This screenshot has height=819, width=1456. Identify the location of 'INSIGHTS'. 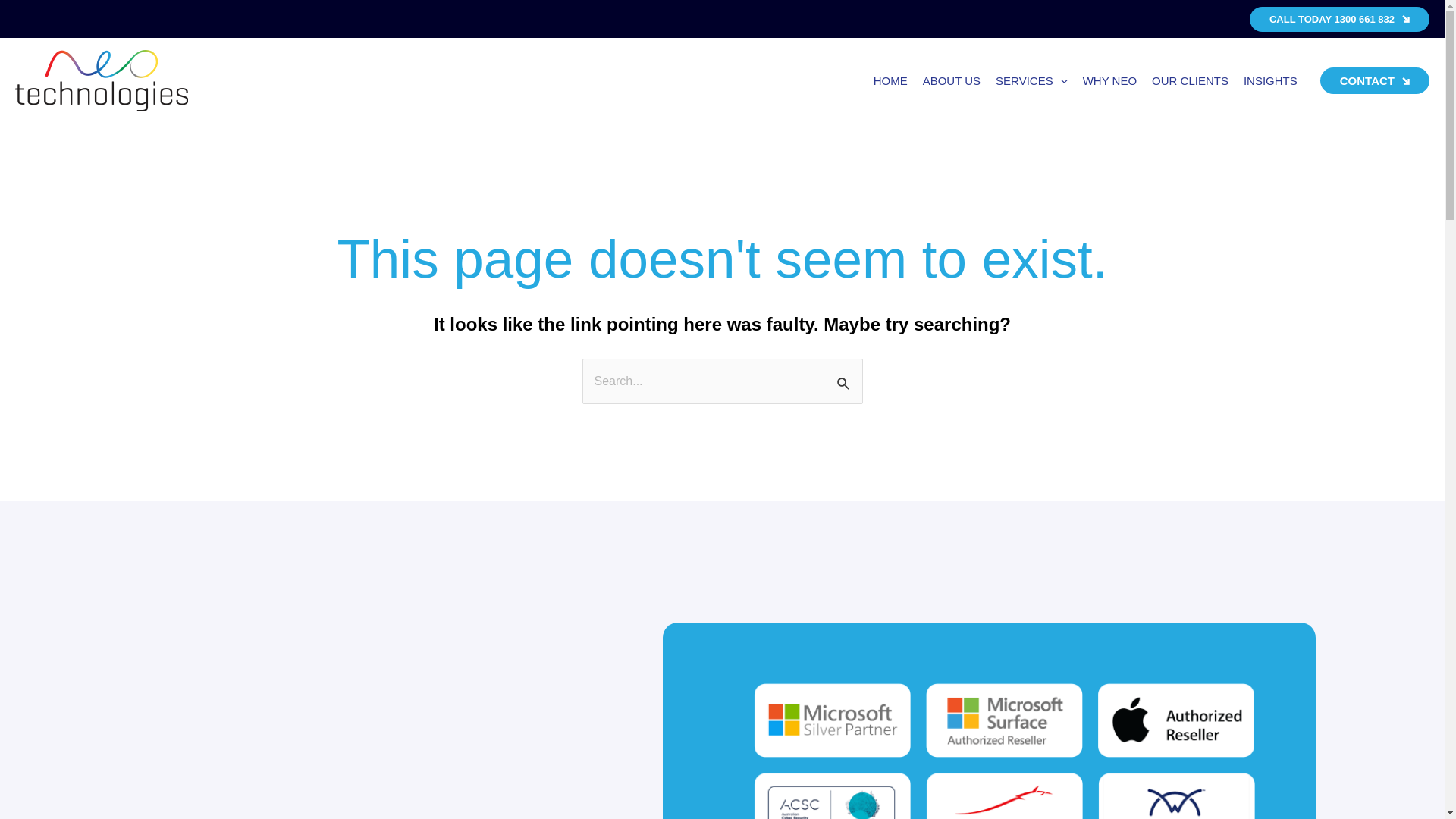
(1270, 81).